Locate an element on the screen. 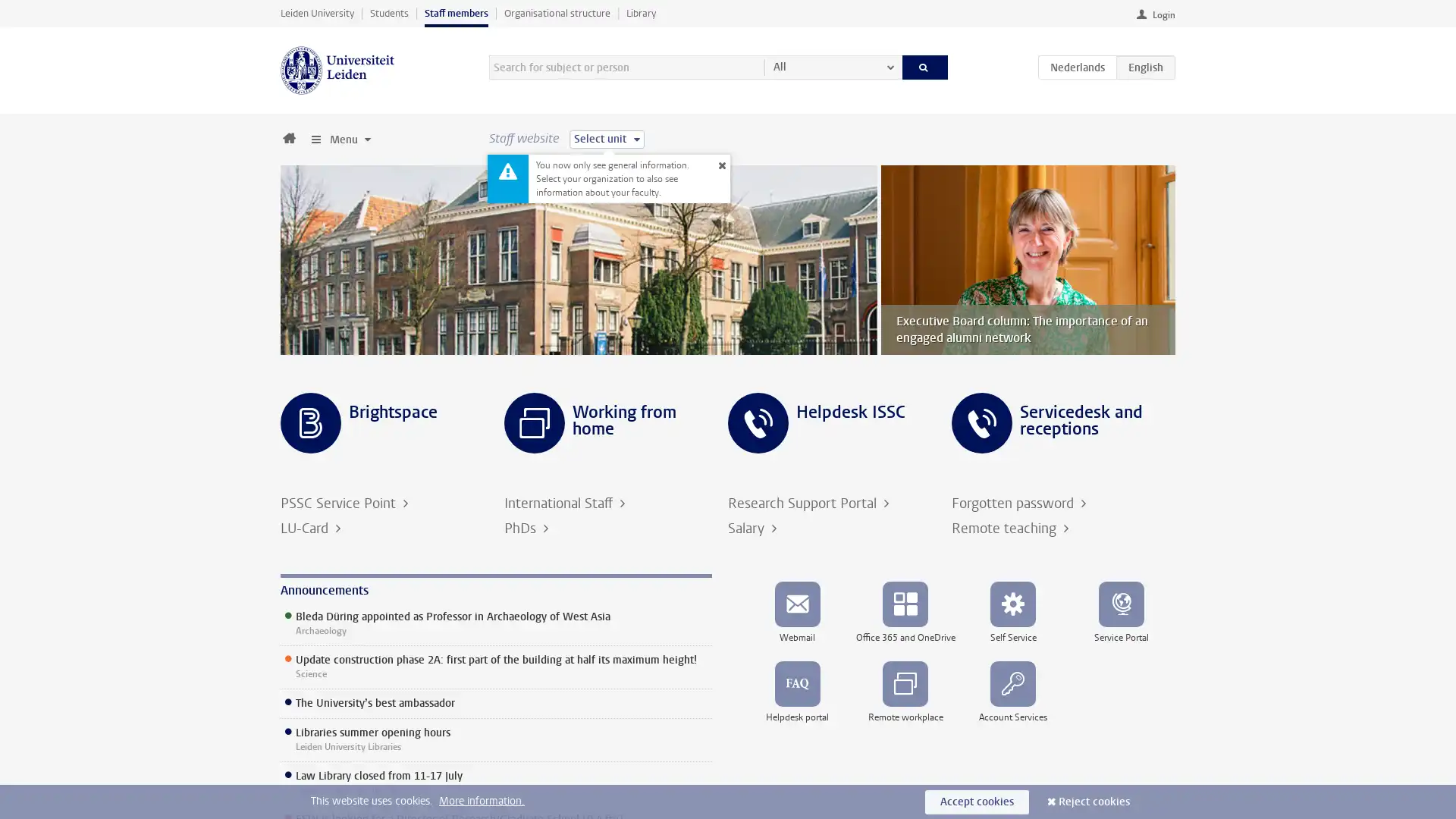 The height and width of the screenshot is (819, 1456). All is located at coordinates (832, 66).